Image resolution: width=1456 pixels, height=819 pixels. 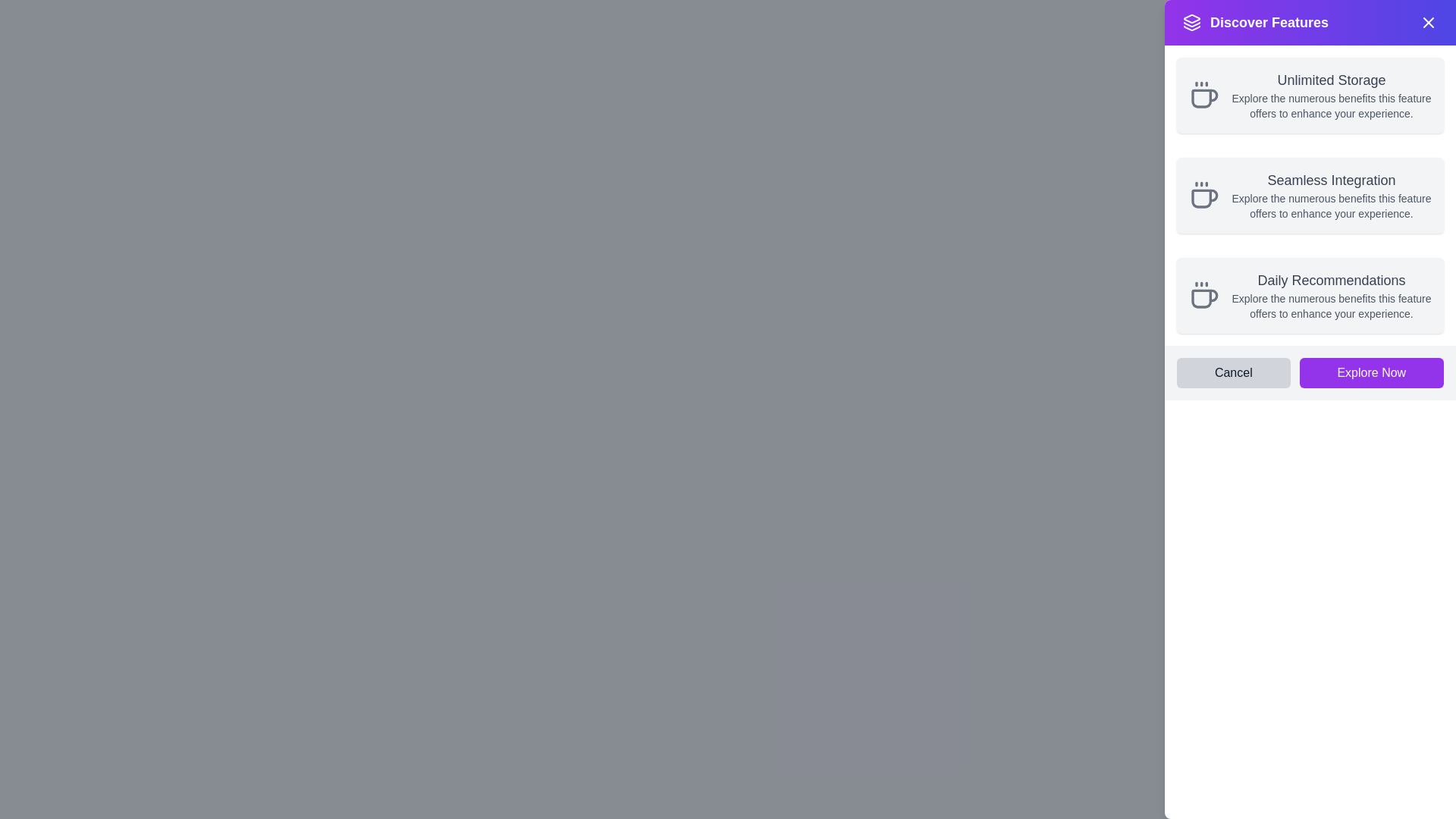 What do you see at coordinates (1203, 96) in the screenshot?
I see `the decorative icon representing the 'Unlimited Storage' feature, located on the left side next to the title 'Unlimited Storage'` at bounding box center [1203, 96].